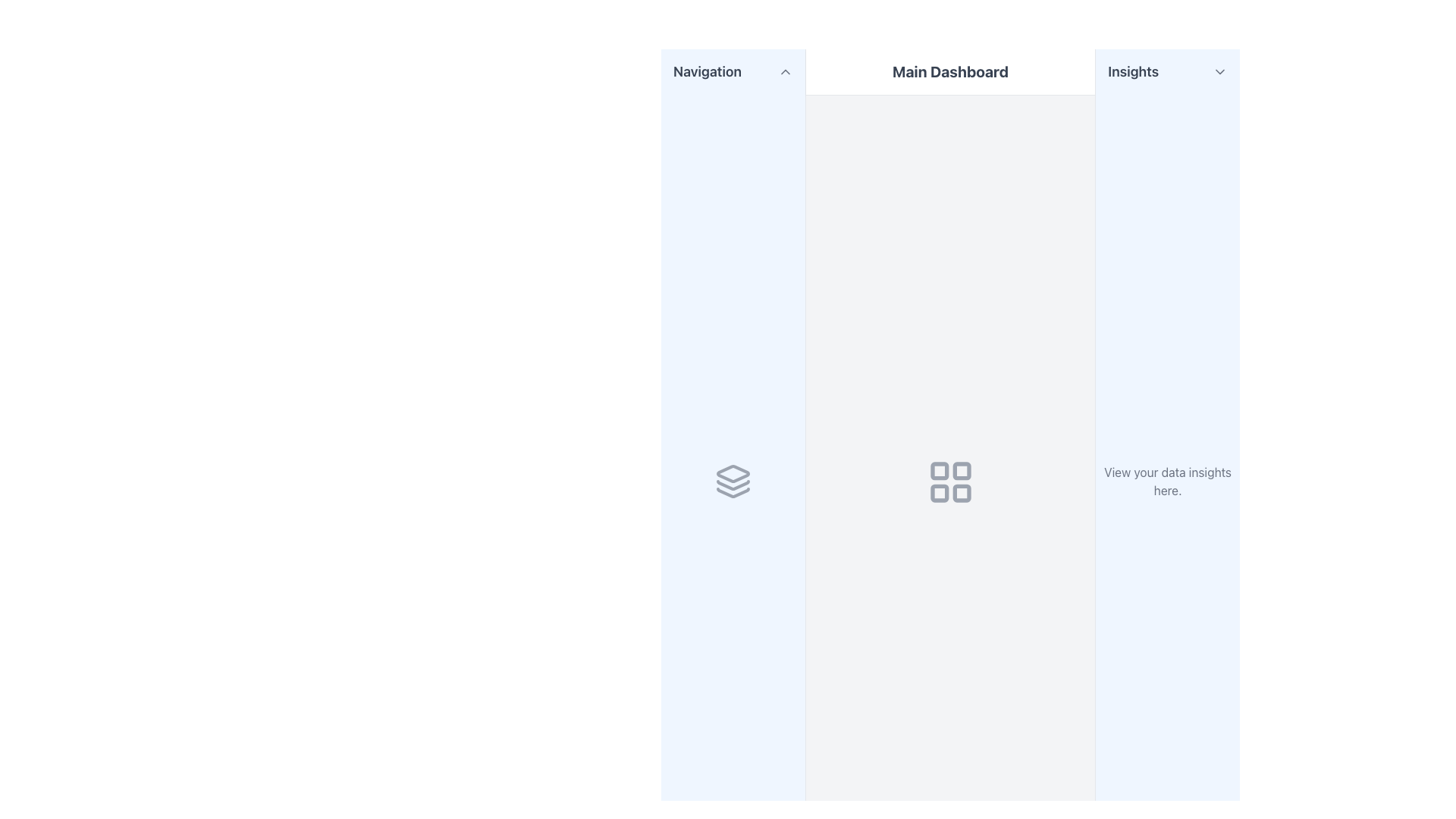 The height and width of the screenshot is (819, 1456). I want to click on the downward-facing chevron icon located to the right of the 'Insights' label, so click(1219, 72).